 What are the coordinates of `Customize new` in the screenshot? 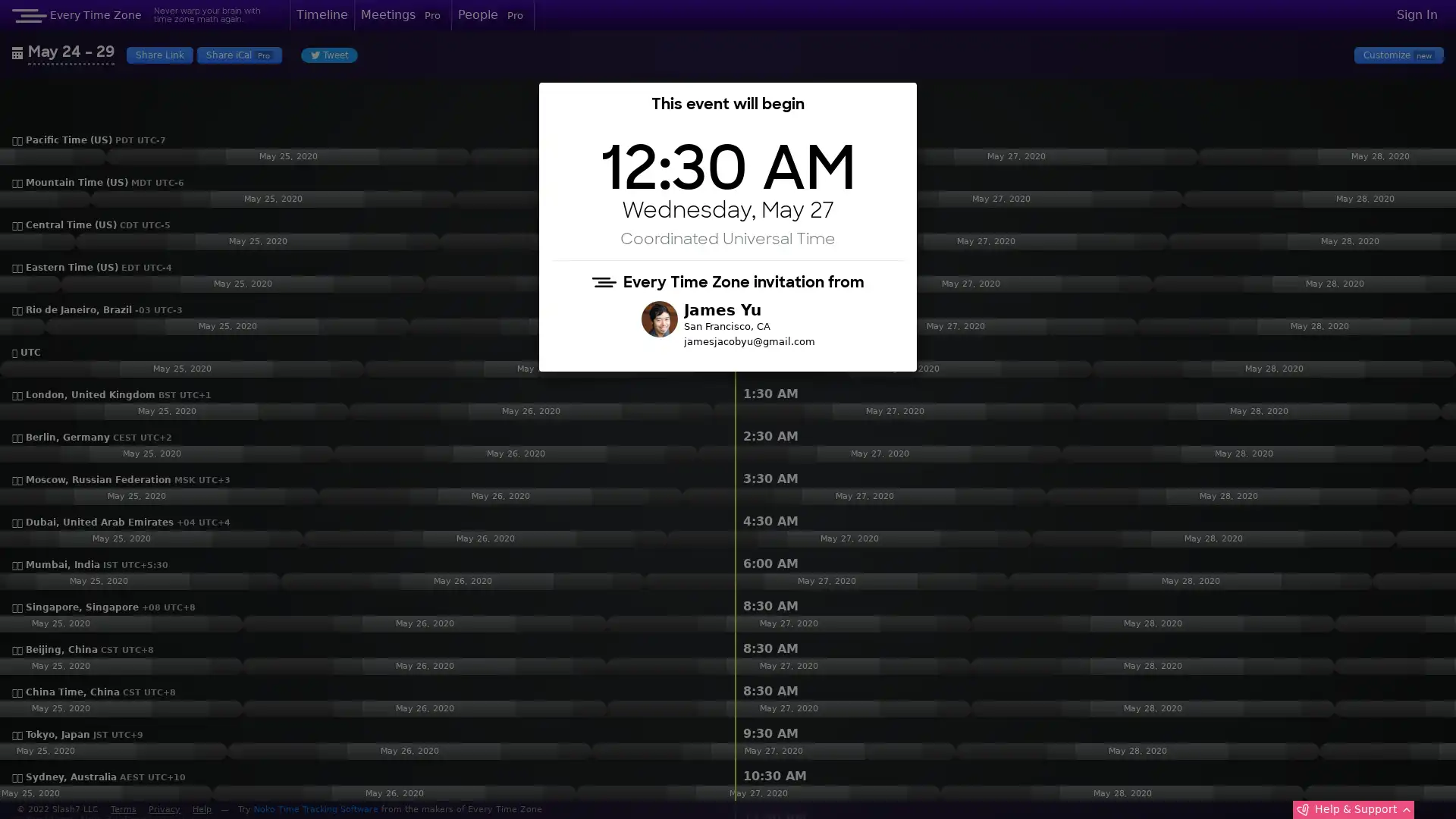 It's located at (1398, 54).